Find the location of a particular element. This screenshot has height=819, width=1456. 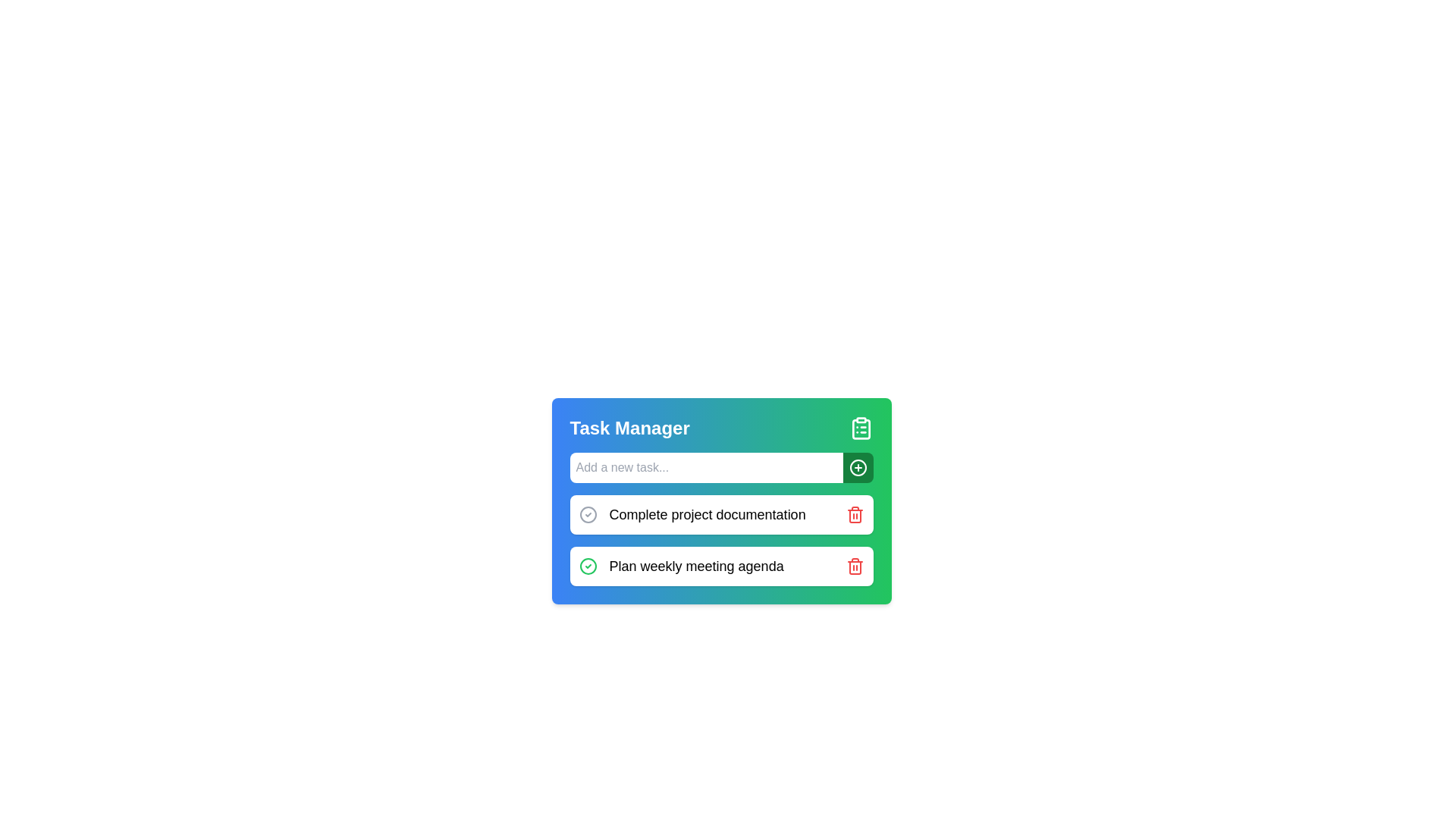

the circular check icon with a hollow center located on the left side of the 'Complete project documentation' task item is located at coordinates (587, 513).